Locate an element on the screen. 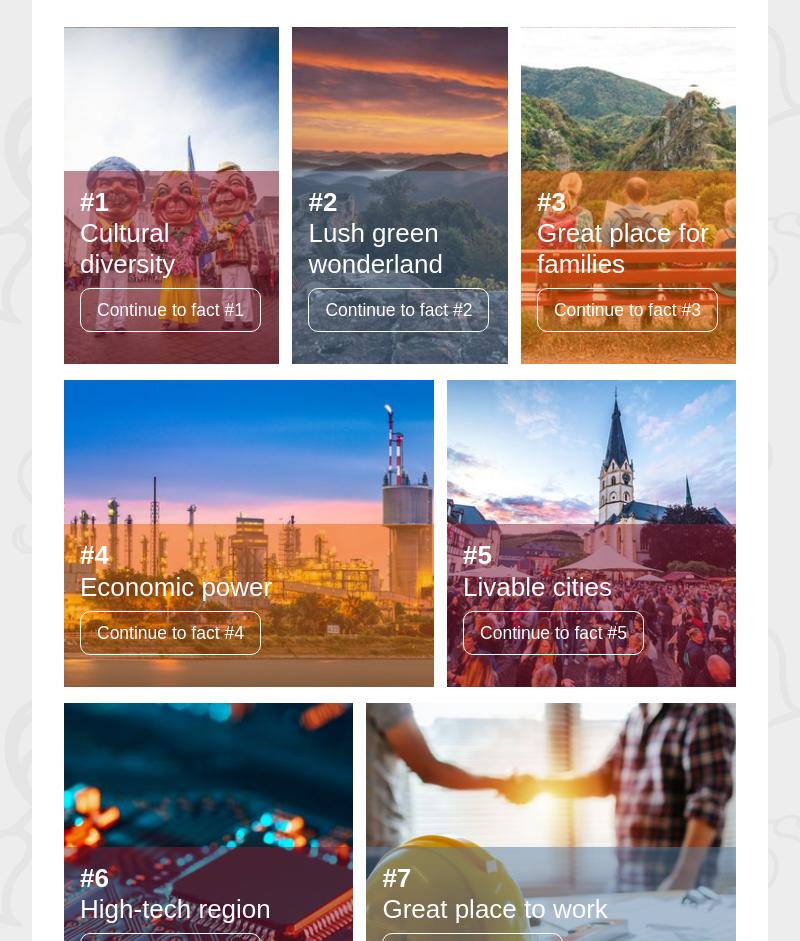 This screenshot has height=941, width=800. 'Cultural diversity' is located at coordinates (80, 246).